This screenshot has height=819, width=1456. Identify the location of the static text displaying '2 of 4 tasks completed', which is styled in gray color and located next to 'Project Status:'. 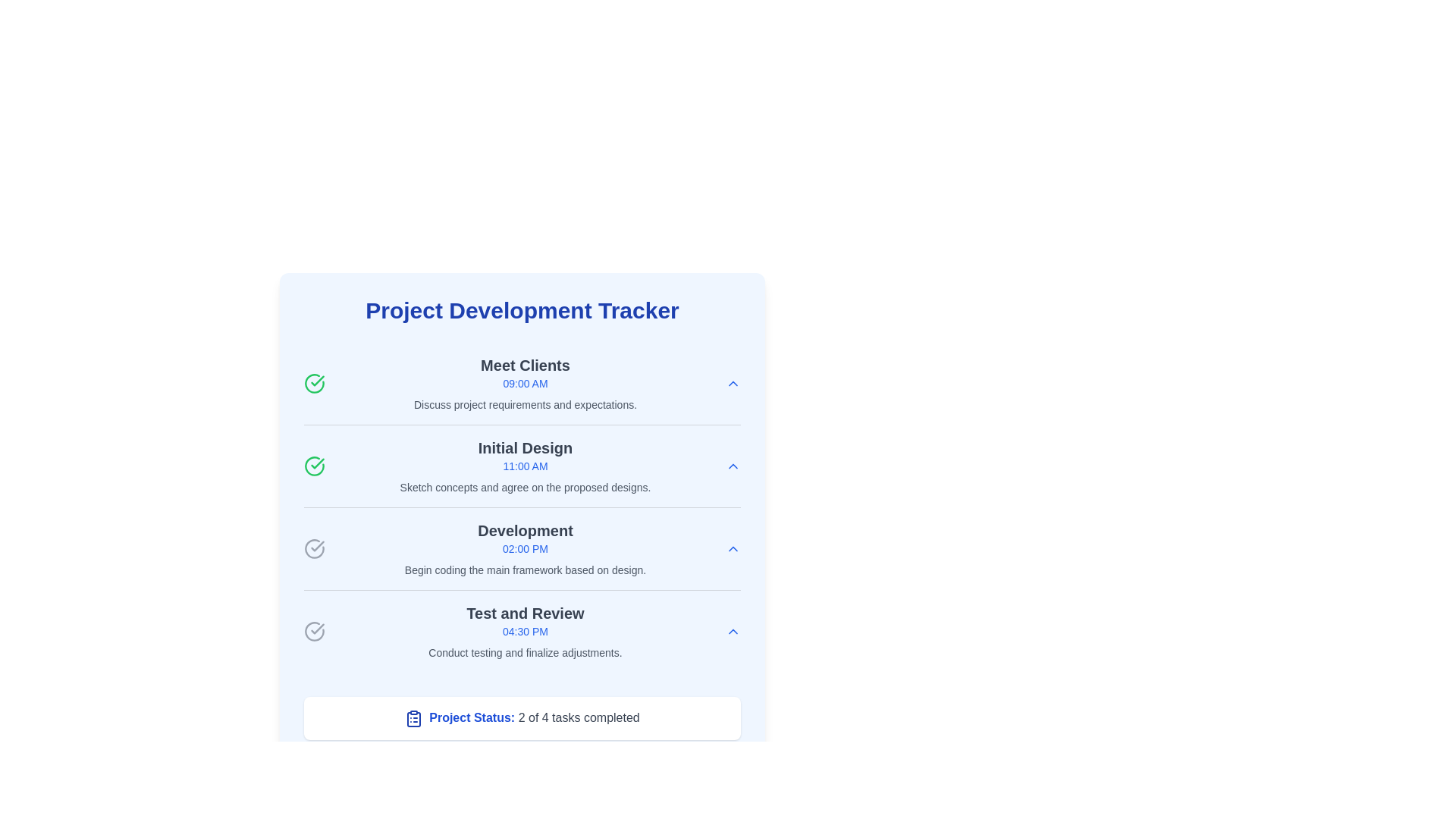
(578, 717).